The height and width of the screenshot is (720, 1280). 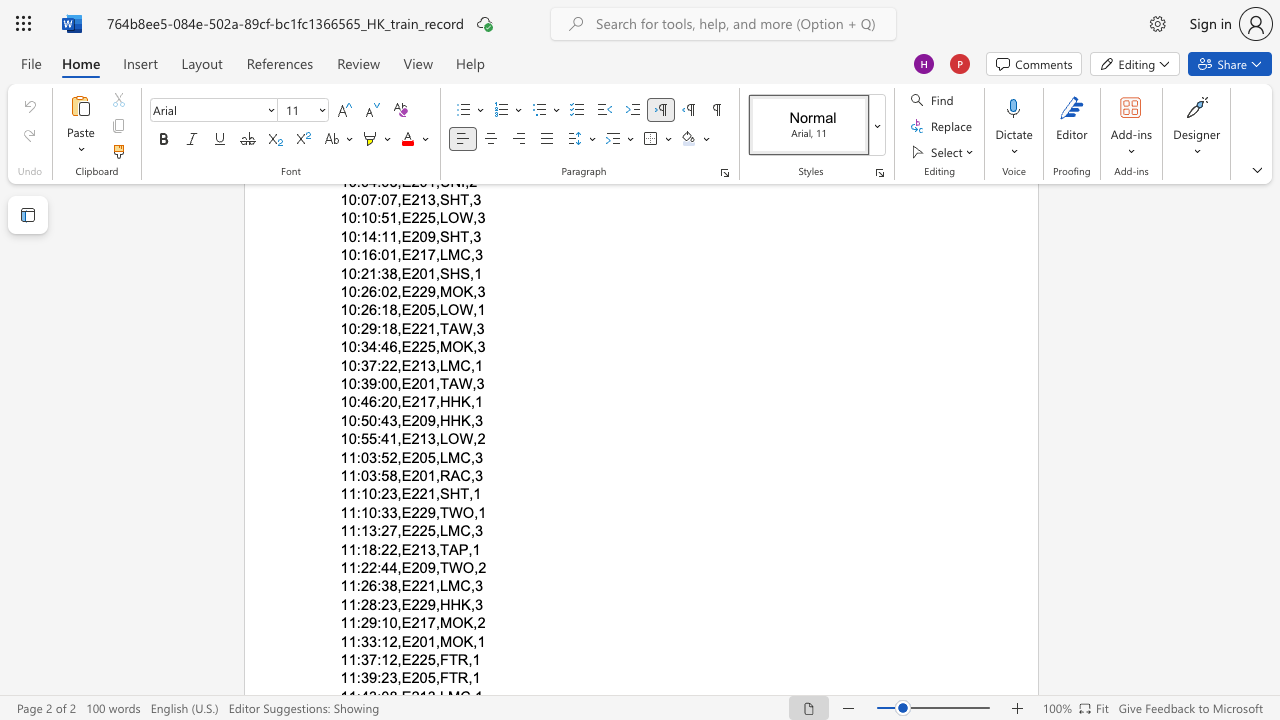 I want to click on the subset text "2,E205,LMC," within the text "11:03:52,E205,LMC,3", so click(x=389, y=457).